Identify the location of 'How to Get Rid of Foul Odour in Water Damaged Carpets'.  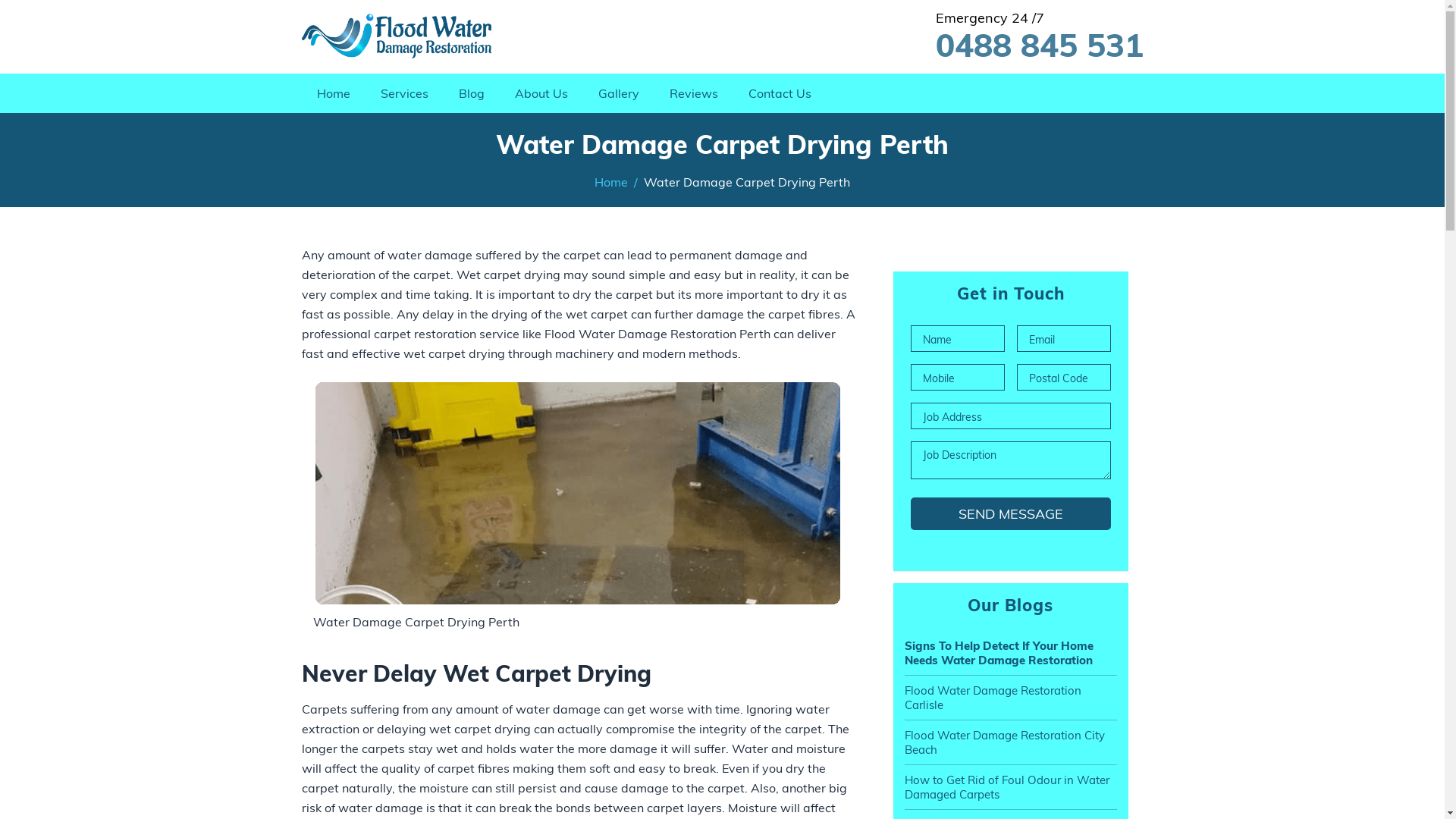
(1010, 786).